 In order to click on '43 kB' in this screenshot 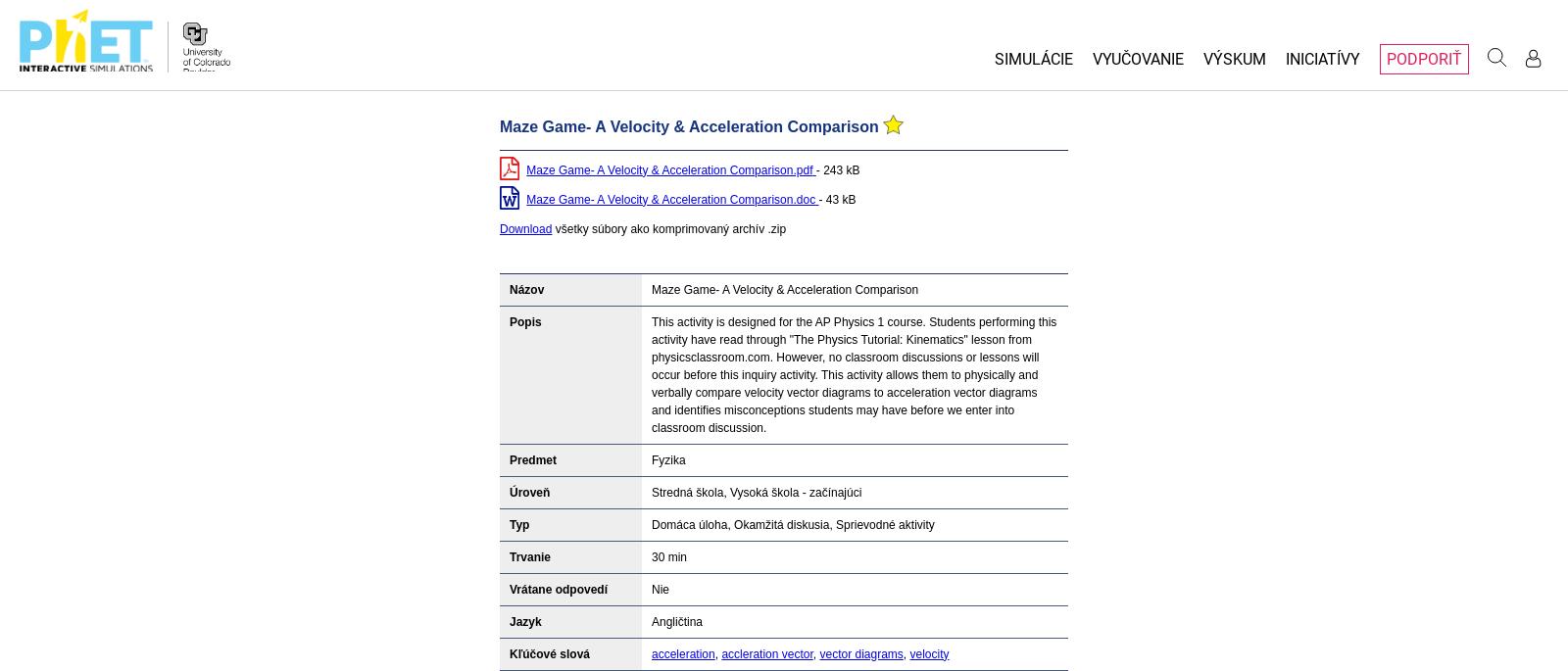, I will do `click(823, 199)`.